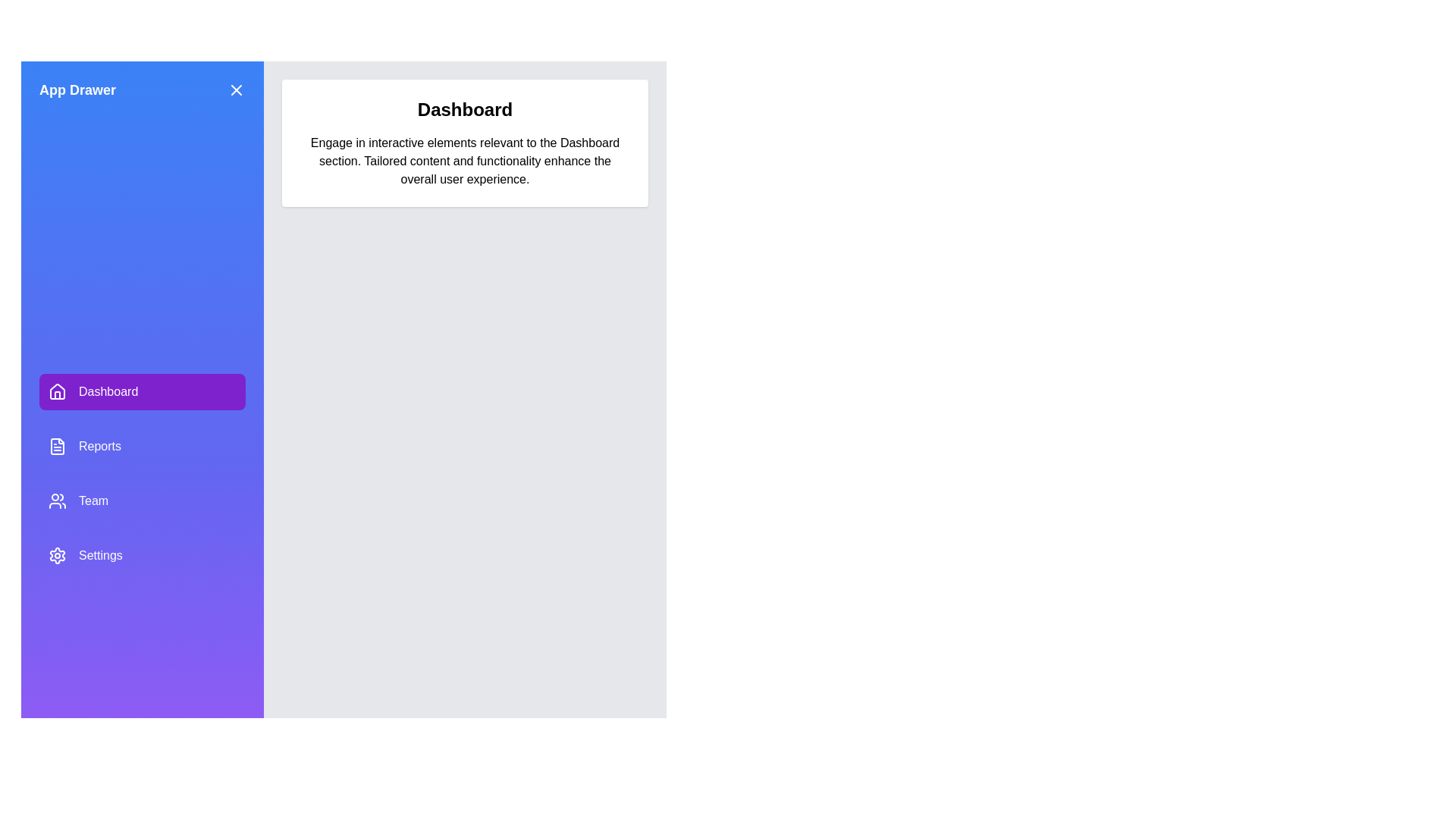  I want to click on the Dashboard from the drawer menu, so click(142, 391).